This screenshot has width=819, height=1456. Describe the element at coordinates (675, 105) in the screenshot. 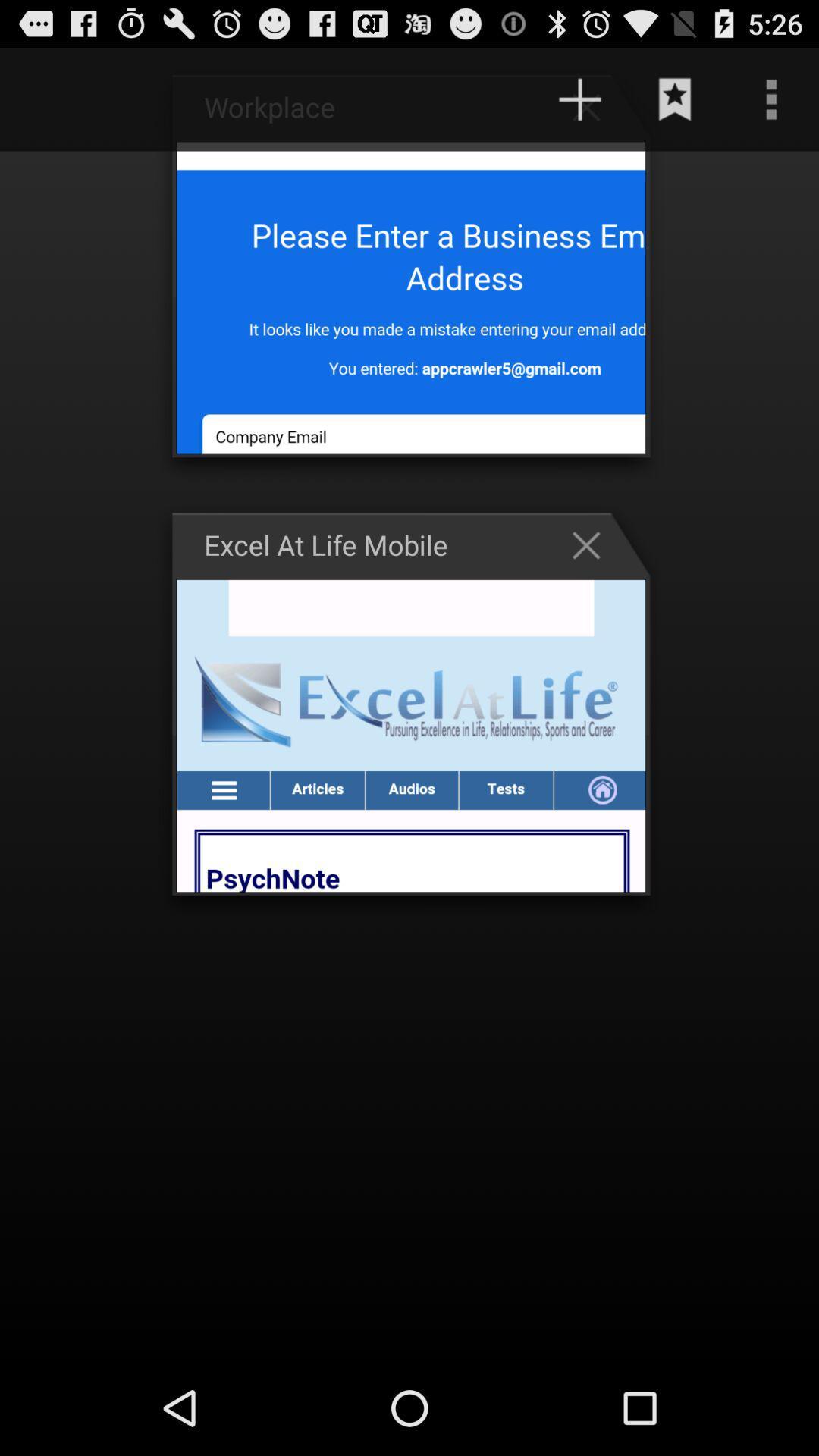

I see `the bookmark icon` at that location.